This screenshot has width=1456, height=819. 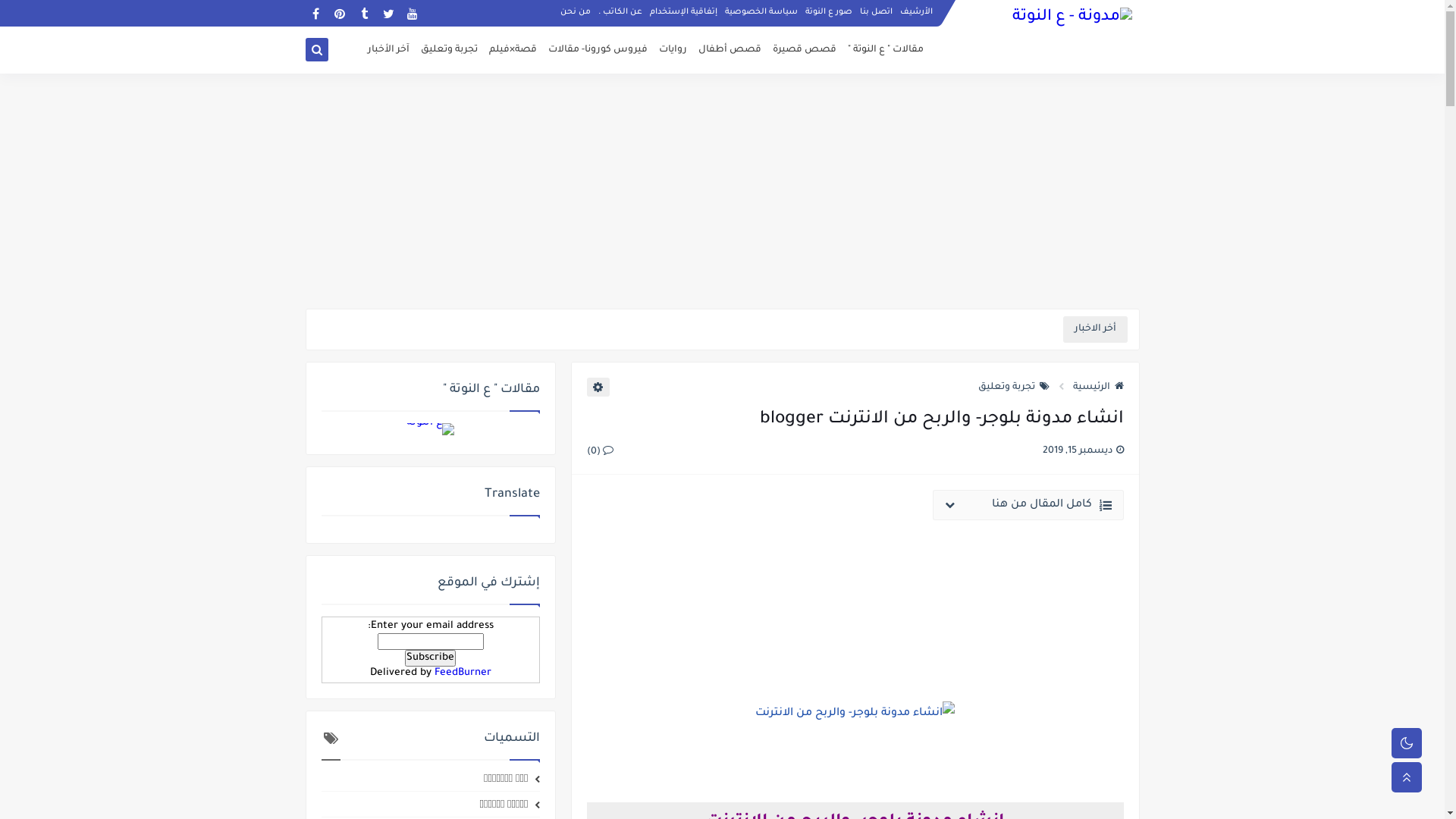 What do you see at coordinates (338, 13) in the screenshot?
I see `'pinterest'` at bounding box center [338, 13].